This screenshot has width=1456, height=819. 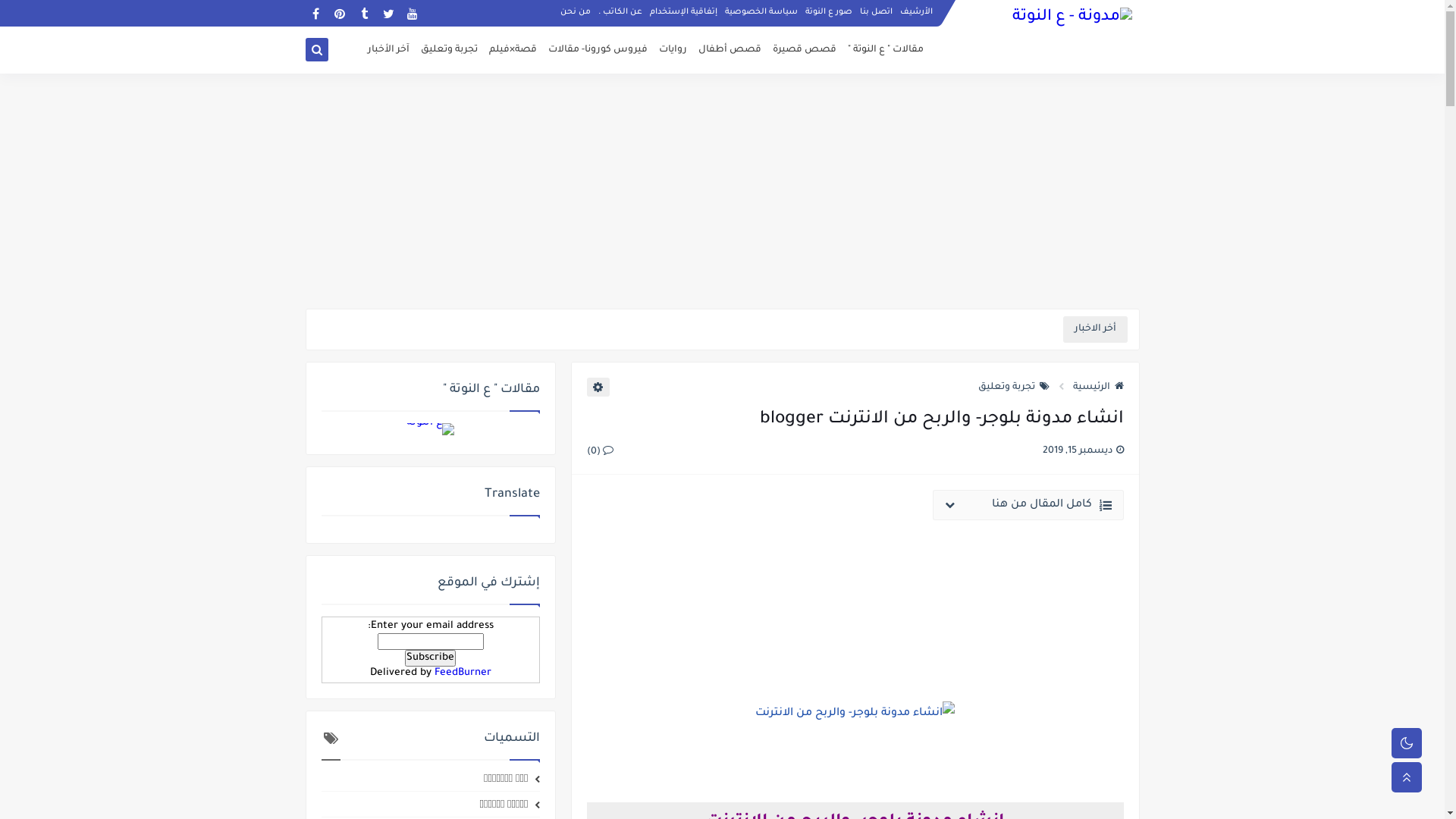 What do you see at coordinates (338, 13) in the screenshot?
I see `'pinterest'` at bounding box center [338, 13].